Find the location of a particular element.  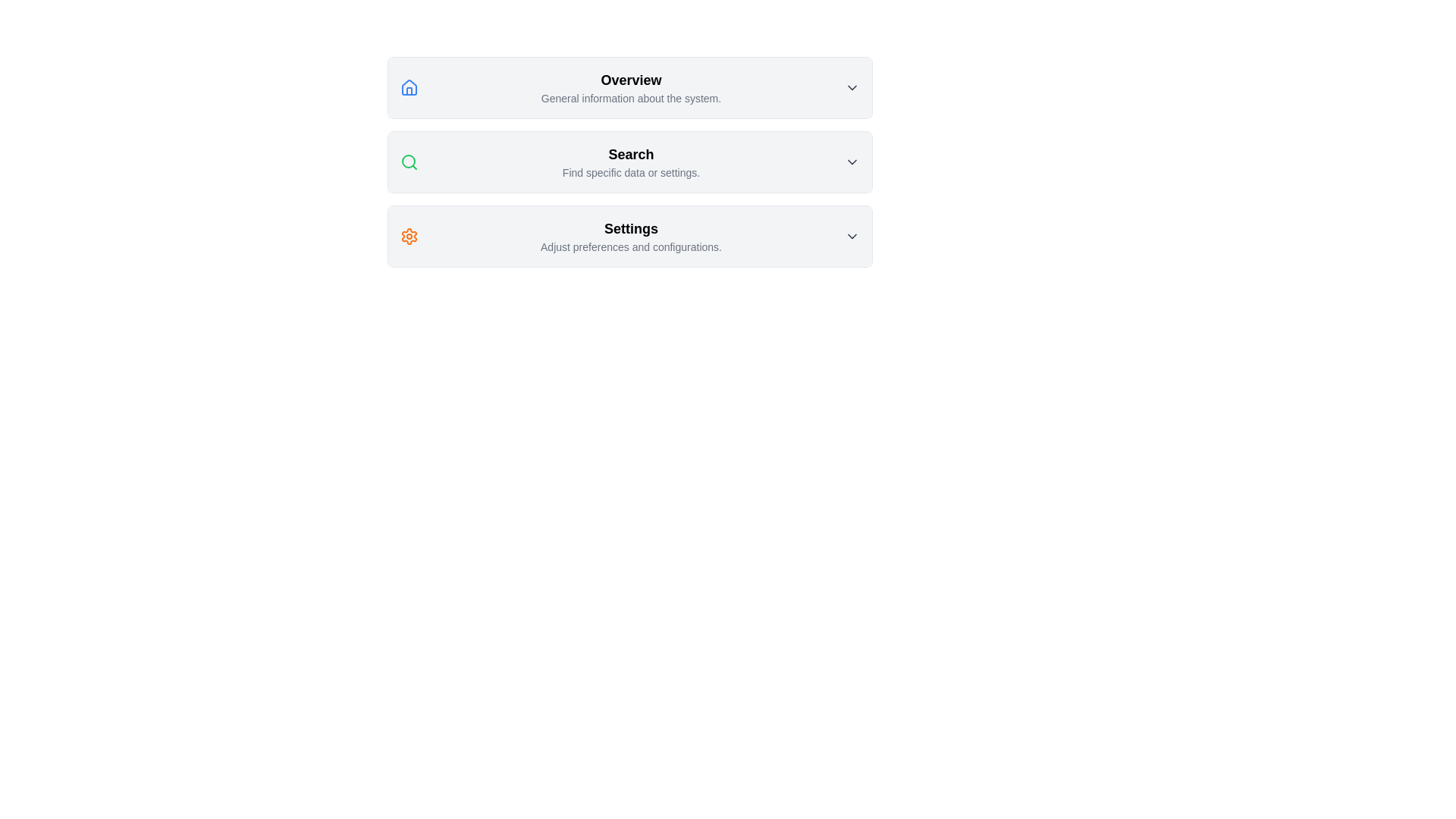

the text description element that contains 'Find specific data or settings.' located directly below the 'Search' heading is located at coordinates (631, 171).